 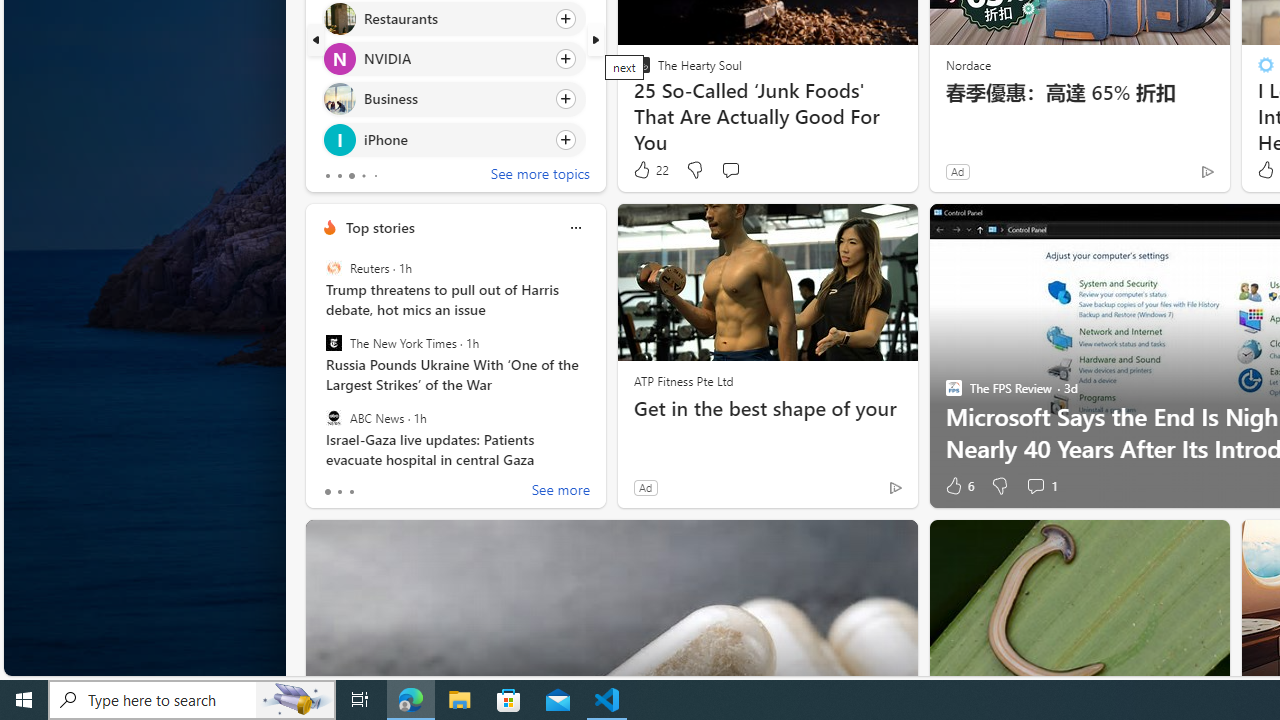 What do you see at coordinates (452, 138) in the screenshot?
I see `'Click to follow topic iPhone'` at bounding box center [452, 138].